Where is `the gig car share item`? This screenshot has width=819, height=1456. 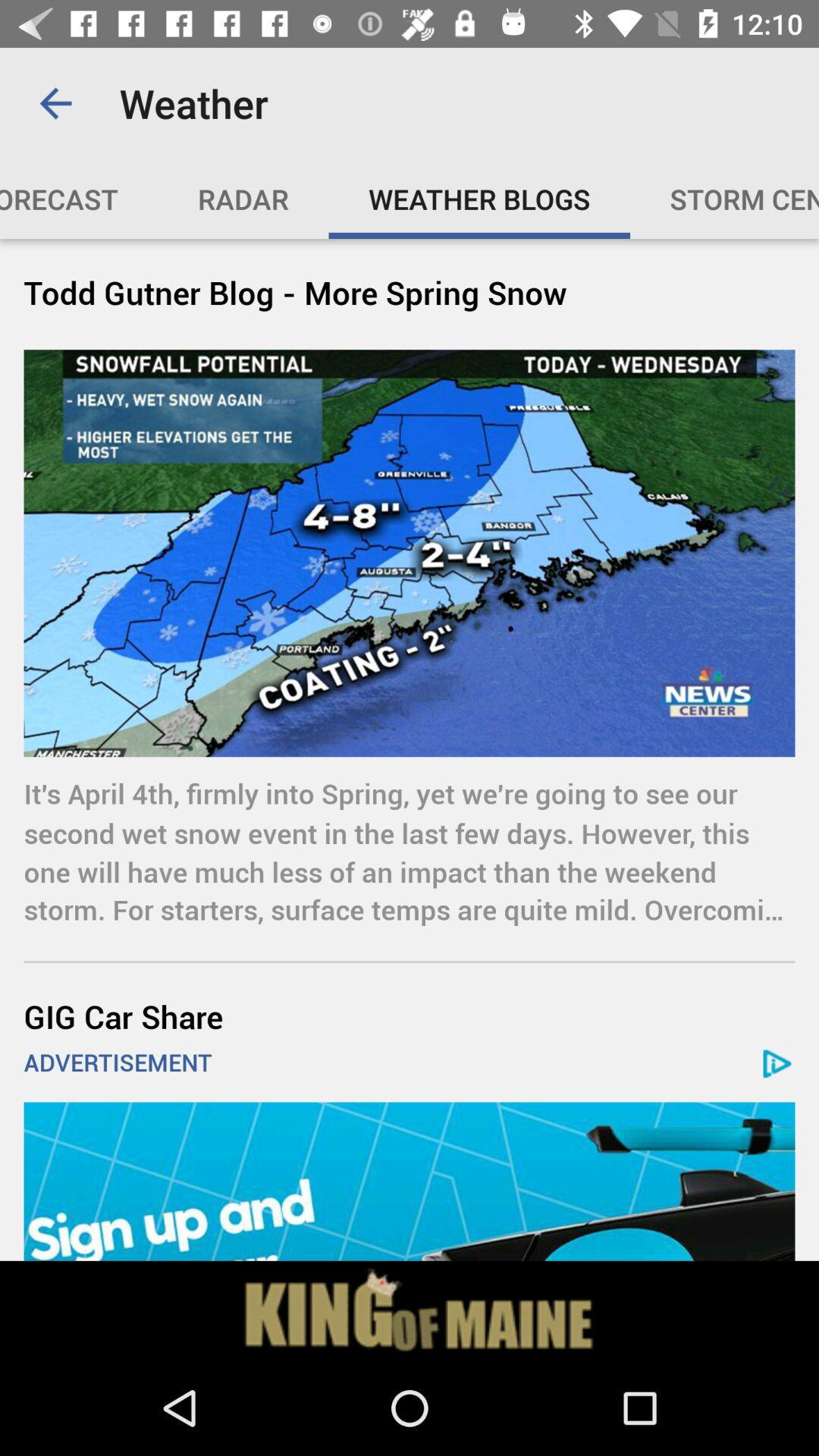
the gig car share item is located at coordinates (409, 1016).